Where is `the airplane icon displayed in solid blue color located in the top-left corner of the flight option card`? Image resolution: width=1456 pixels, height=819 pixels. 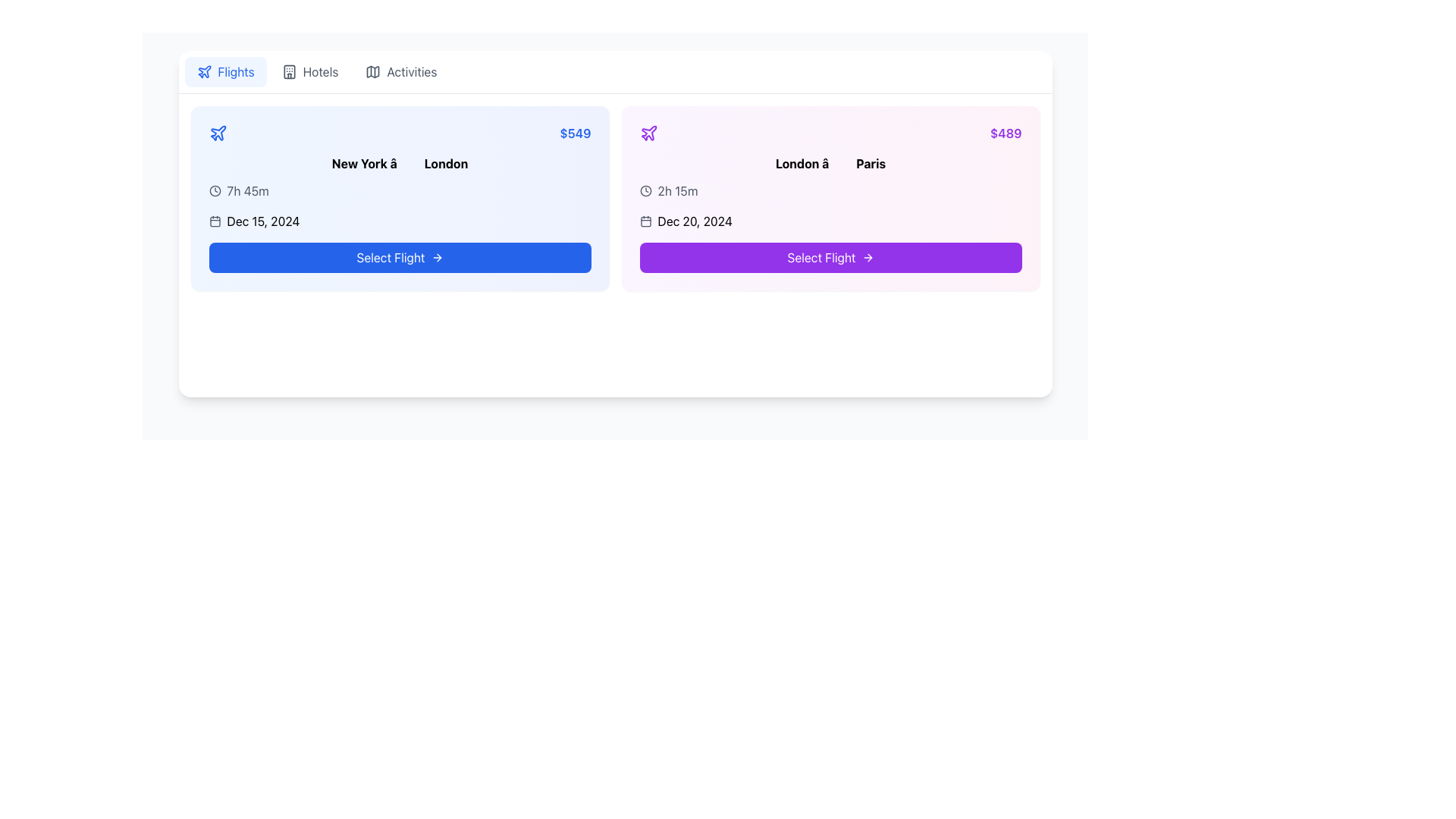 the airplane icon displayed in solid blue color located in the top-left corner of the flight option card is located at coordinates (203, 71).